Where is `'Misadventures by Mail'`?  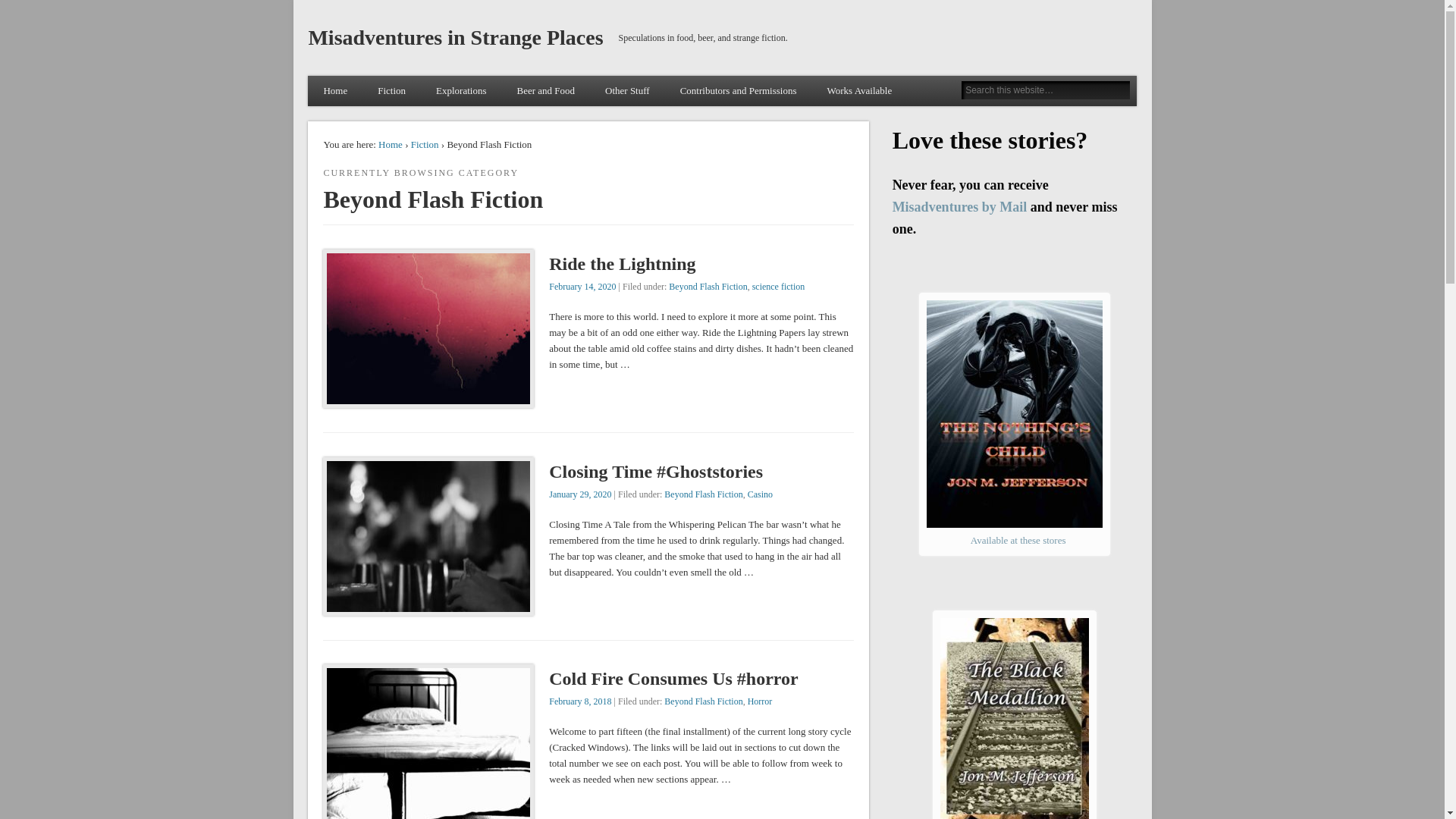
'Misadventures by Mail' is located at coordinates (959, 207).